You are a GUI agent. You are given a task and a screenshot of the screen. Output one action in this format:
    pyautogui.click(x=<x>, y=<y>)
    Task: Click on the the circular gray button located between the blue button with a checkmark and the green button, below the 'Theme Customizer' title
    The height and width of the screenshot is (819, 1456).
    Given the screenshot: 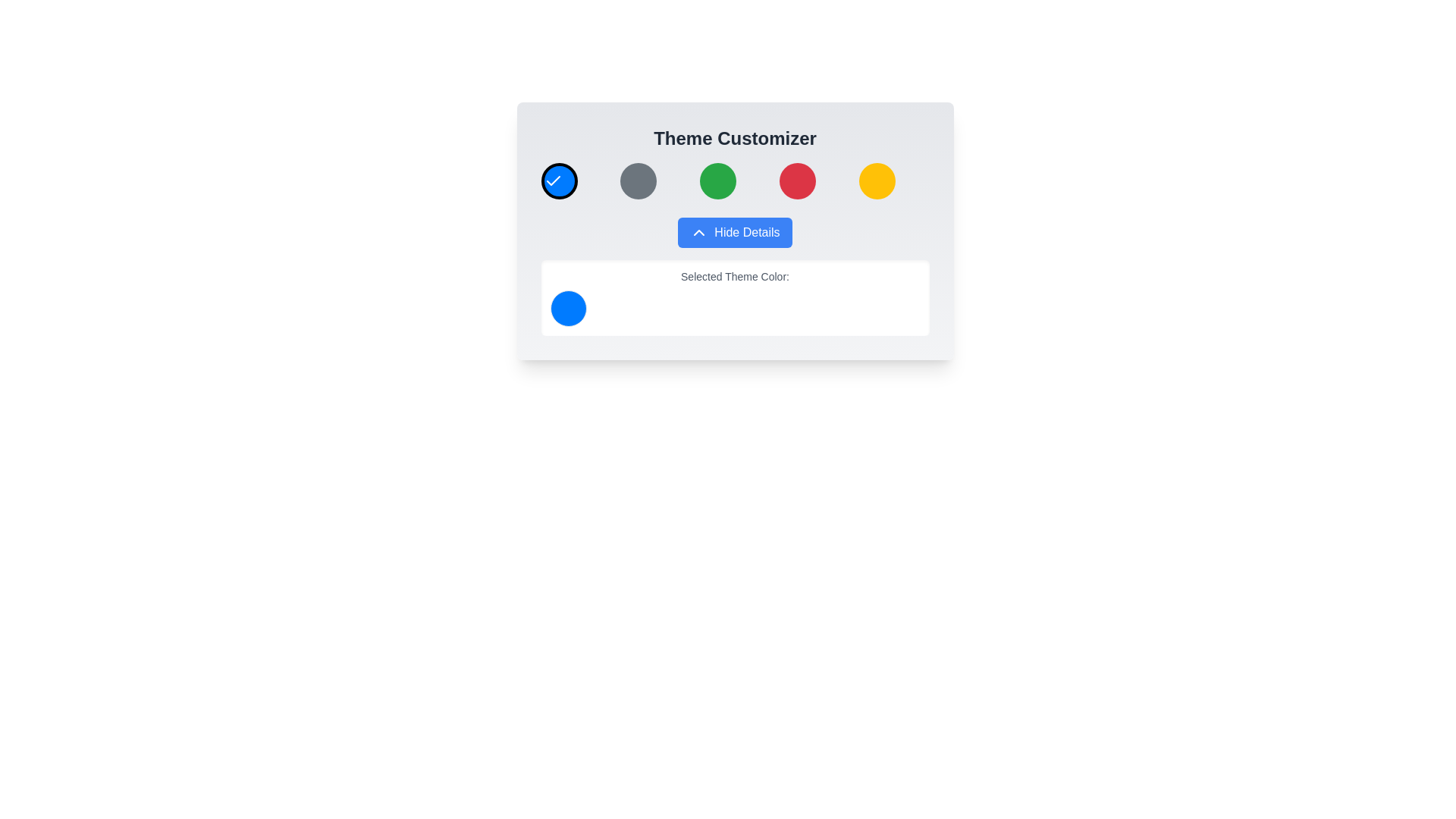 What is the action you would take?
    pyautogui.click(x=639, y=180)
    